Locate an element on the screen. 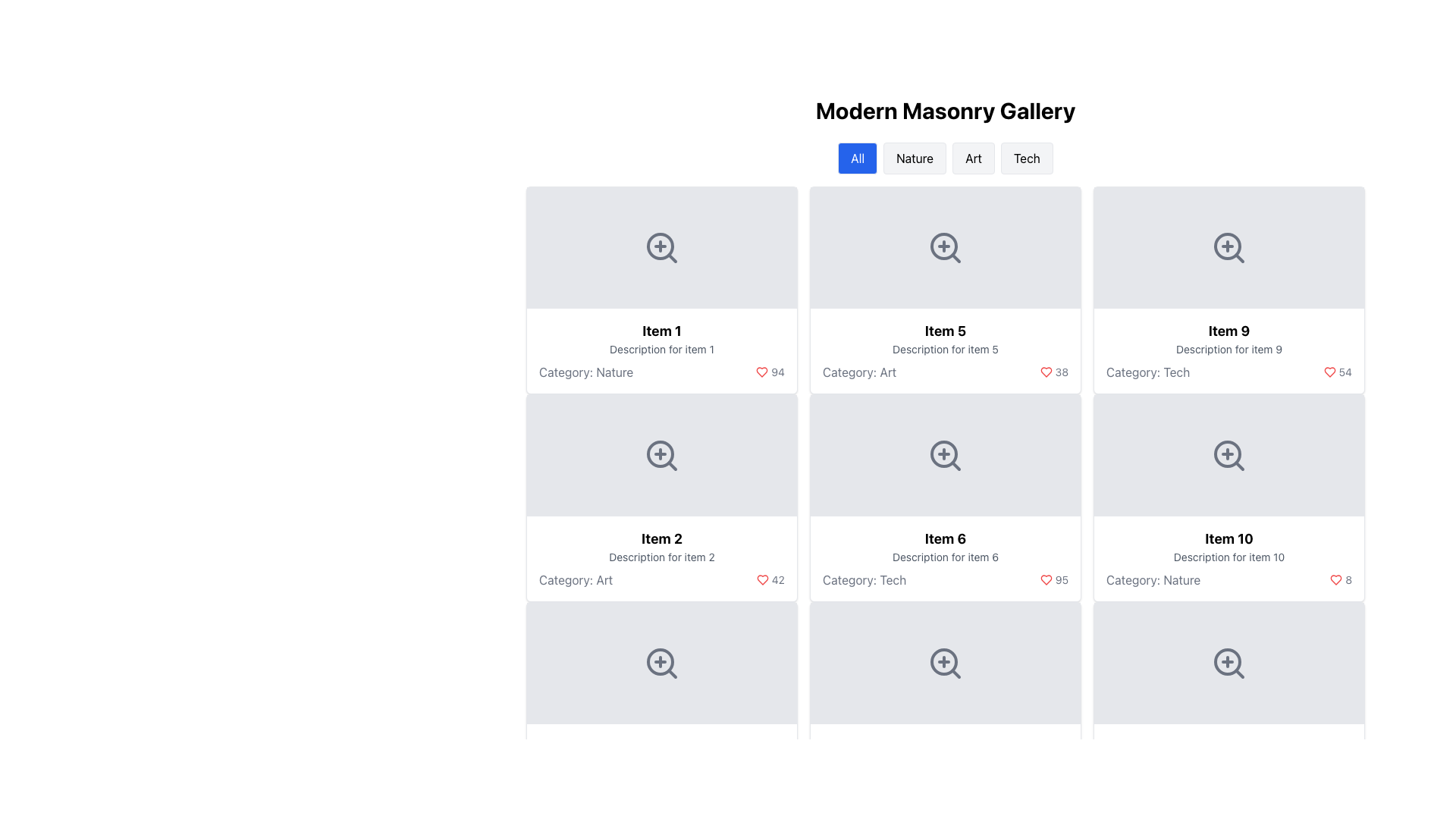 The width and height of the screenshot is (1456, 819). the center of the magnifying glass with a plus icon located in the upper section of the 'Item 5' card in the second column of the first row of the grid to zoom in is located at coordinates (945, 247).